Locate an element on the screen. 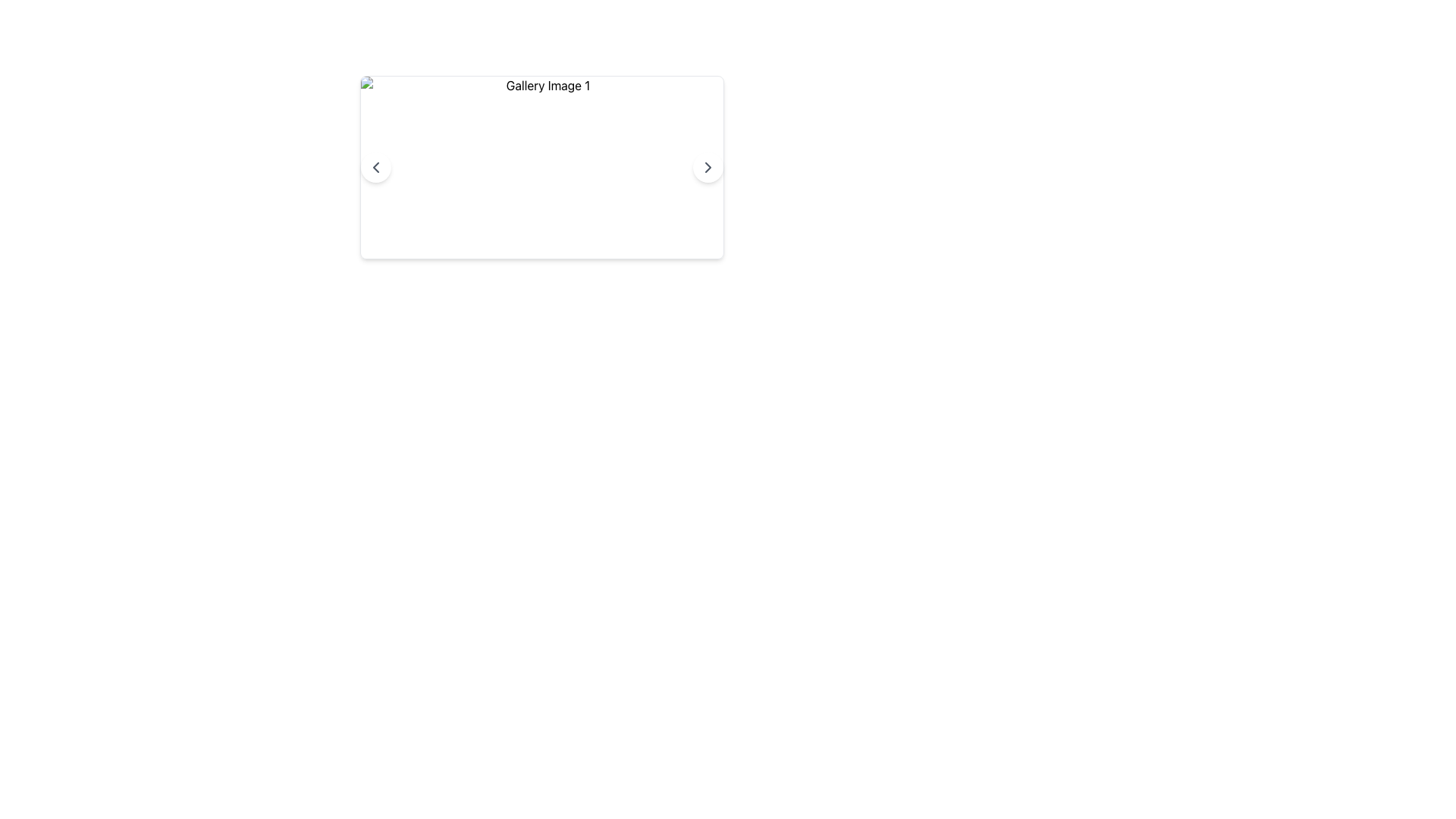 This screenshot has height=819, width=1456. the left navigation button located at the middle left edge of the gallery or carousel is located at coordinates (375, 167).